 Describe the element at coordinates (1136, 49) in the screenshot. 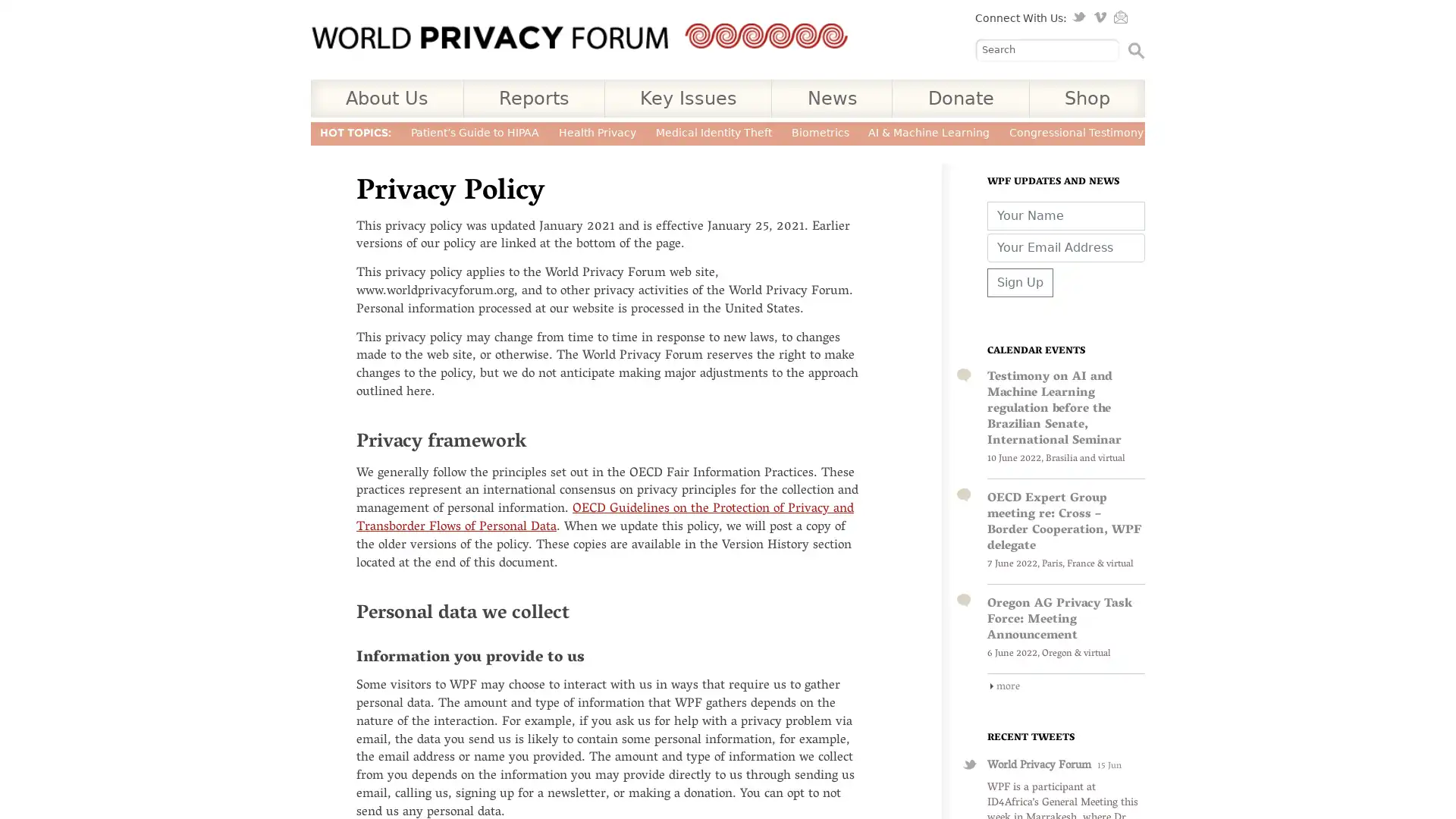

I see `Search` at that location.